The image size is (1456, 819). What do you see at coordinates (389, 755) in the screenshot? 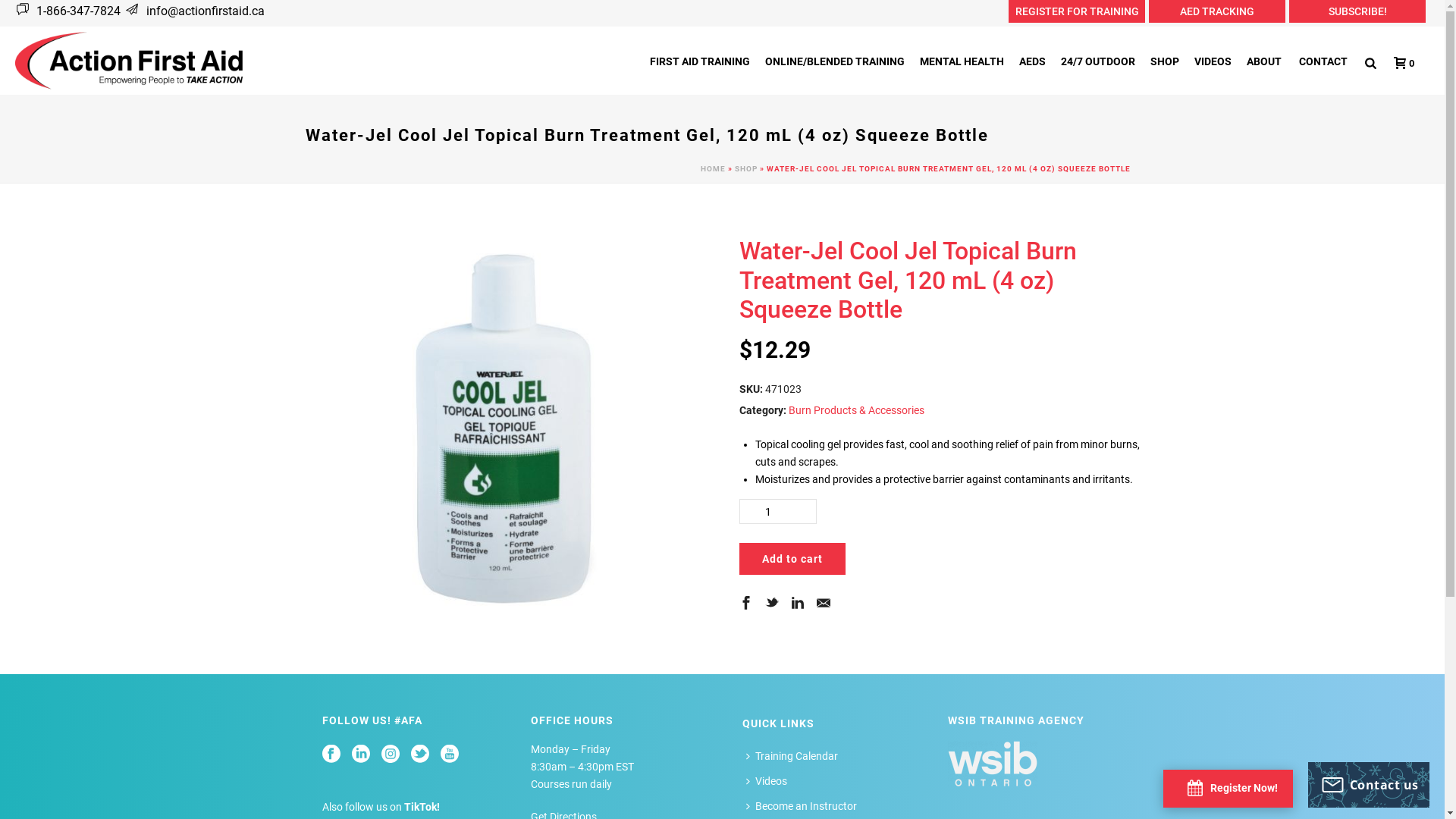
I see `'Follow Us! #afa instagram'` at bounding box center [389, 755].